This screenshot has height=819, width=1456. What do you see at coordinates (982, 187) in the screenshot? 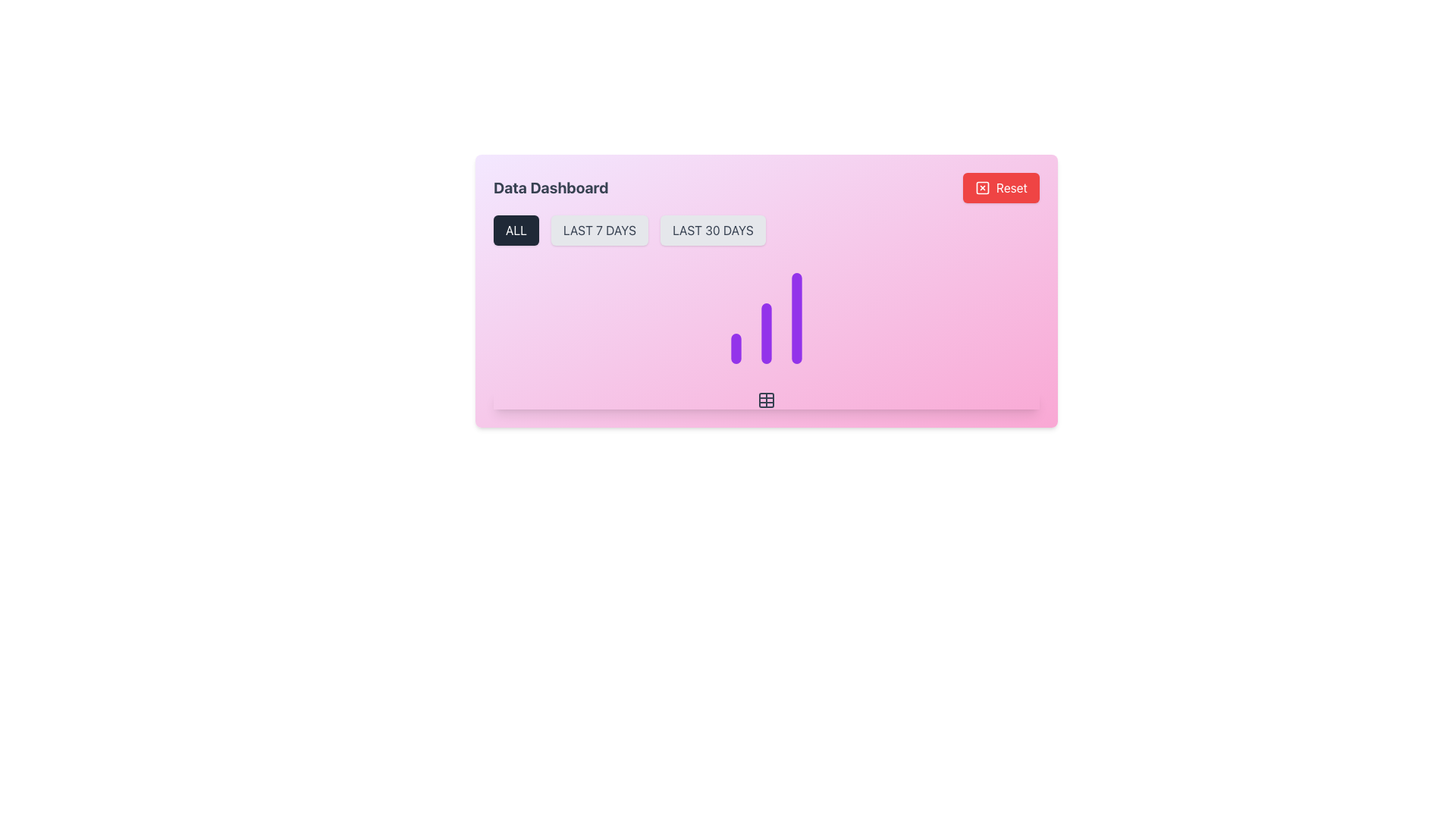
I see `the red square icon with a white border containing the '×' symbol, located to the left of the 'Reset' text in the top-right corner of the interface` at bounding box center [982, 187].